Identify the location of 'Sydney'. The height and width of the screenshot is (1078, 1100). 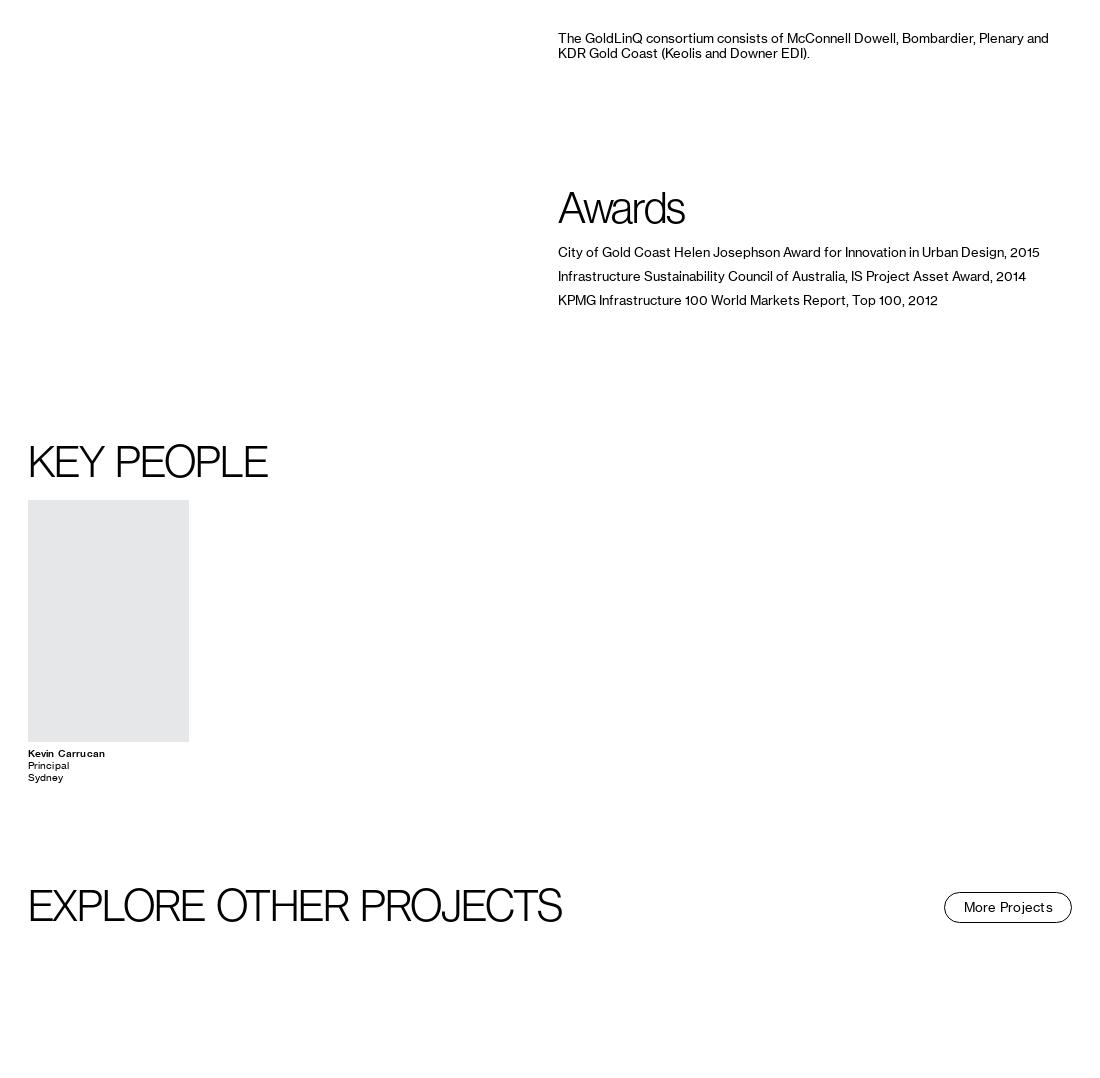
(43, 776).